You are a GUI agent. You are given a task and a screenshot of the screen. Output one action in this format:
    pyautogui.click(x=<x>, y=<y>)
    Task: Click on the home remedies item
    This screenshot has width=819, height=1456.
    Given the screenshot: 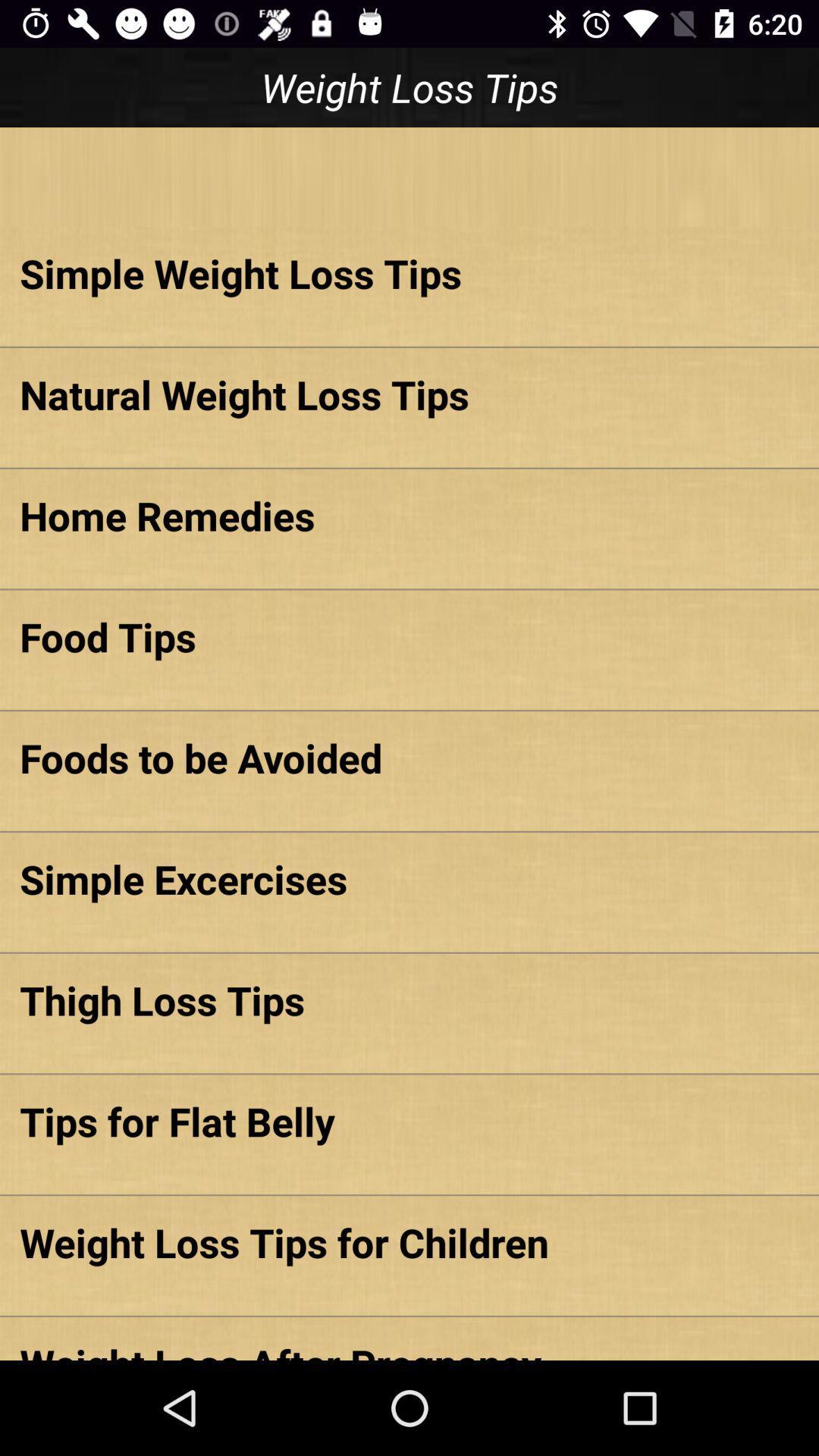 What is the action you would take?
    pyautogui.click(x=409, y=515)
    